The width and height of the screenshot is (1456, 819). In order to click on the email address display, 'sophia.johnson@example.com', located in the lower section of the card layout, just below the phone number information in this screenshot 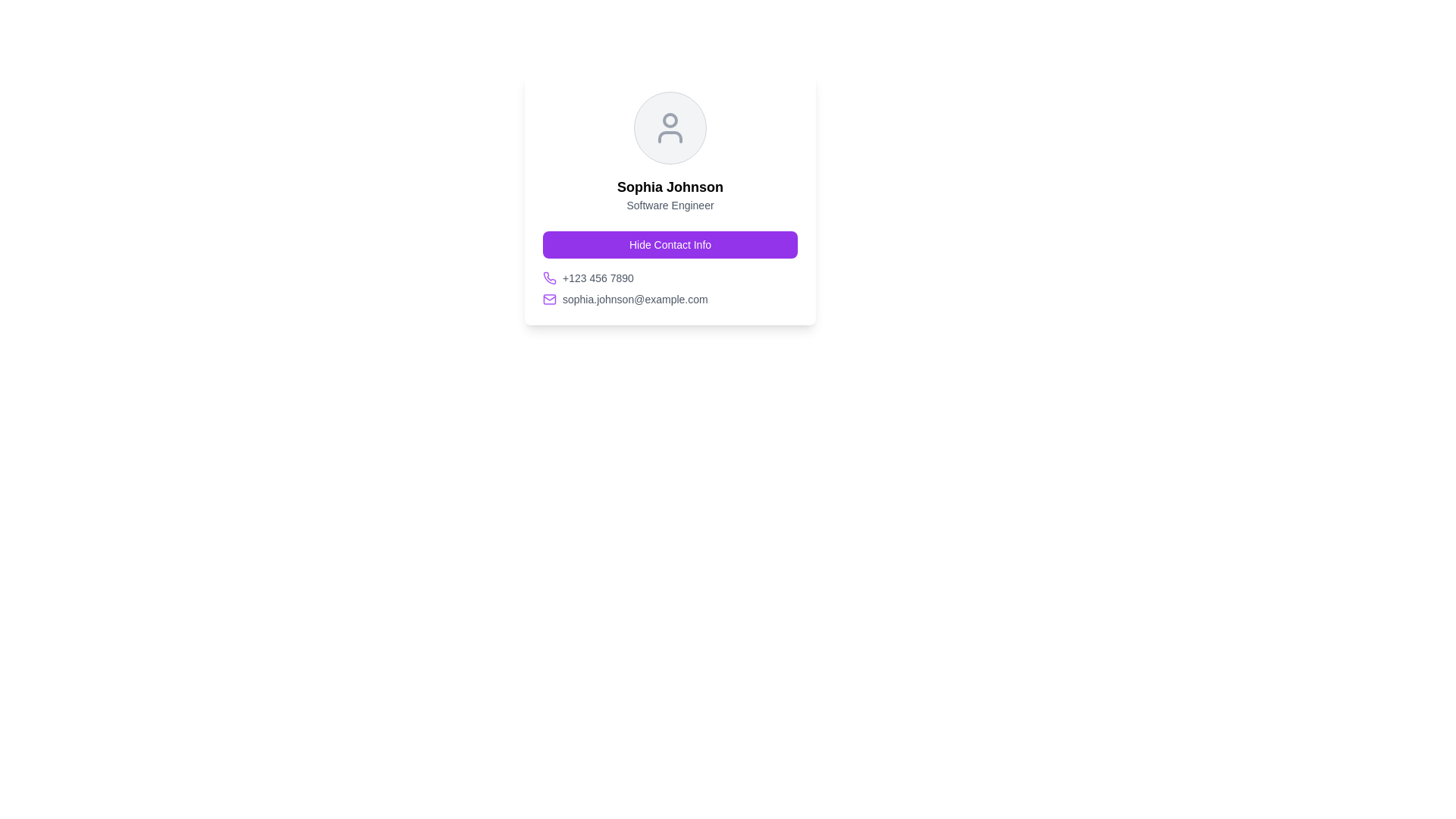, I will do `click(669, 299)`.